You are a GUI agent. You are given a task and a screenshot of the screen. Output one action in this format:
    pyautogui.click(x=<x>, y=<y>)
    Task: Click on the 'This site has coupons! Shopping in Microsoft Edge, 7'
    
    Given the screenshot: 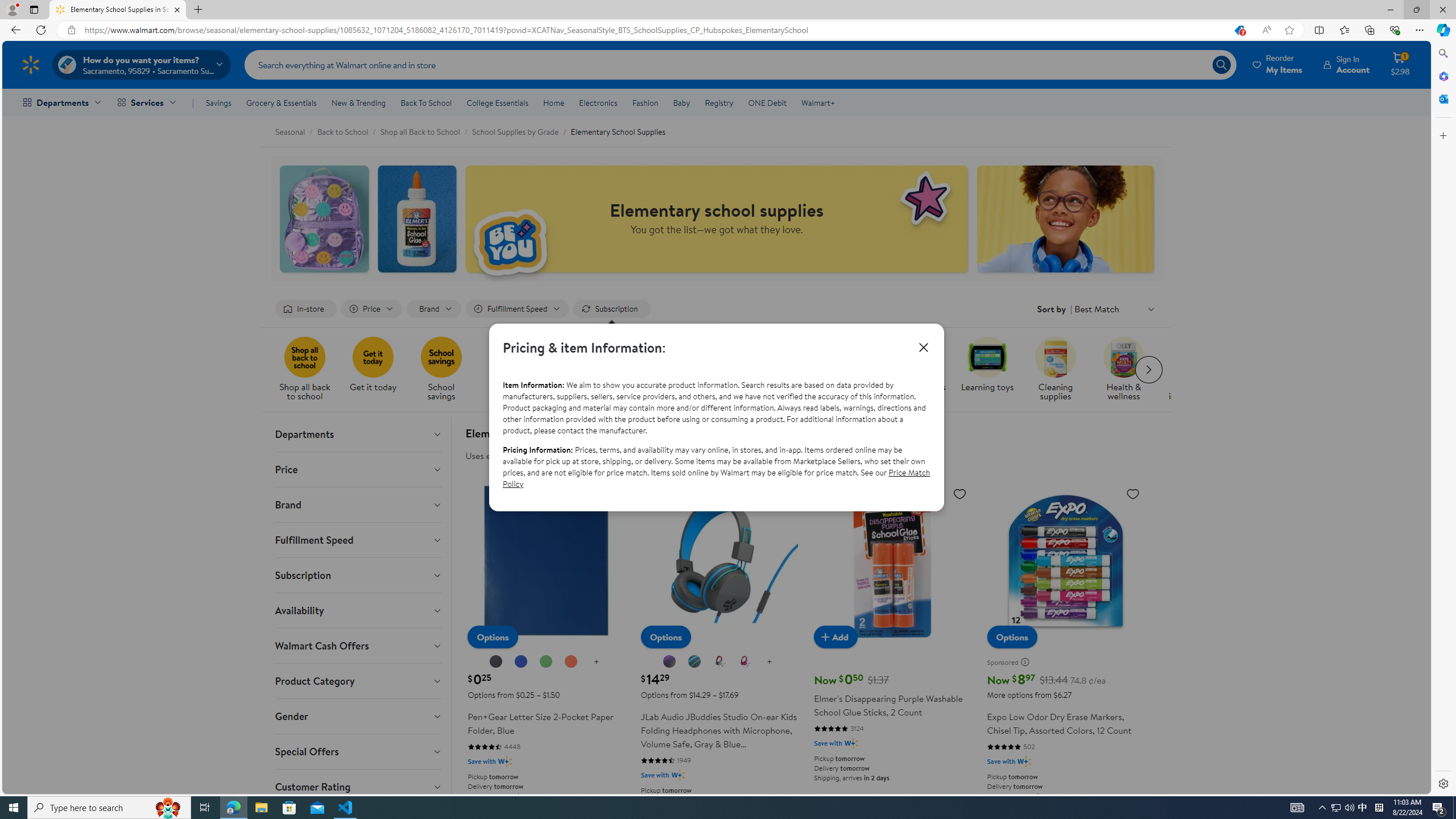 What is the action you would take?
    pyautogui.click(x=1238, y=30)
    